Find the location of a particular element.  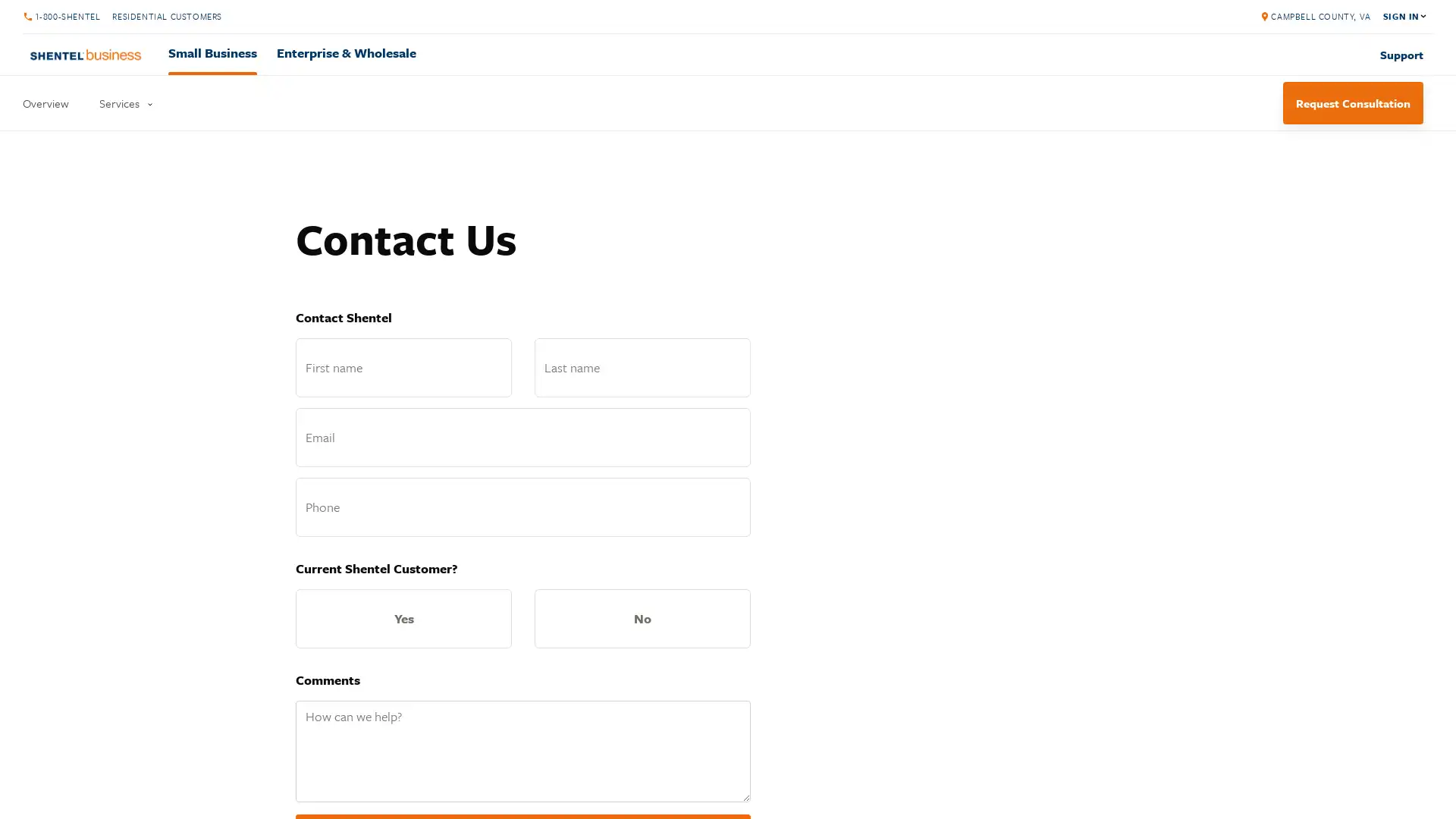

Request Consultation is located at coordinates (1353, 102).